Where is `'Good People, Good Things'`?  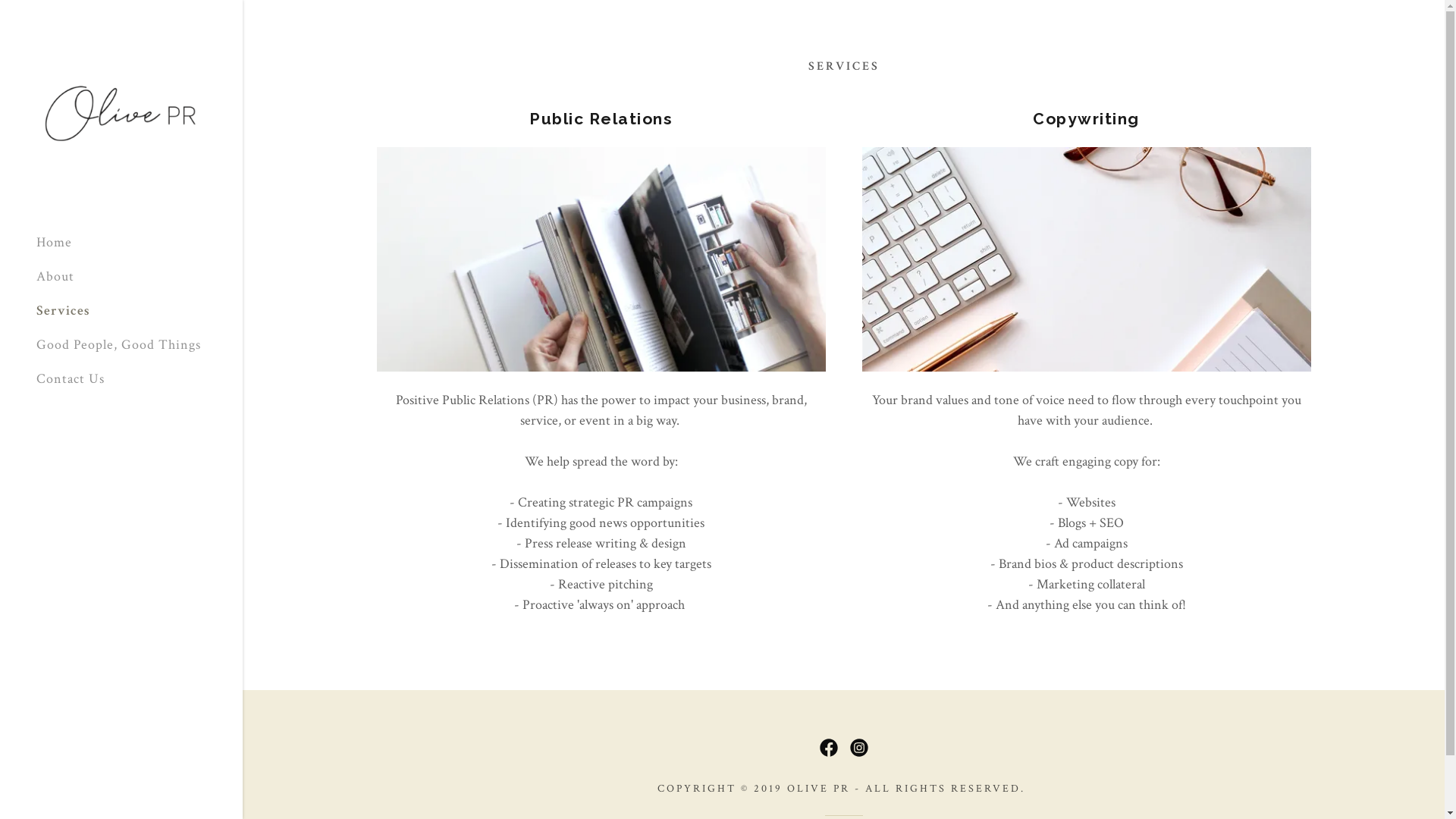
'Good People, Good Things' is located at coordinates (118, 344).